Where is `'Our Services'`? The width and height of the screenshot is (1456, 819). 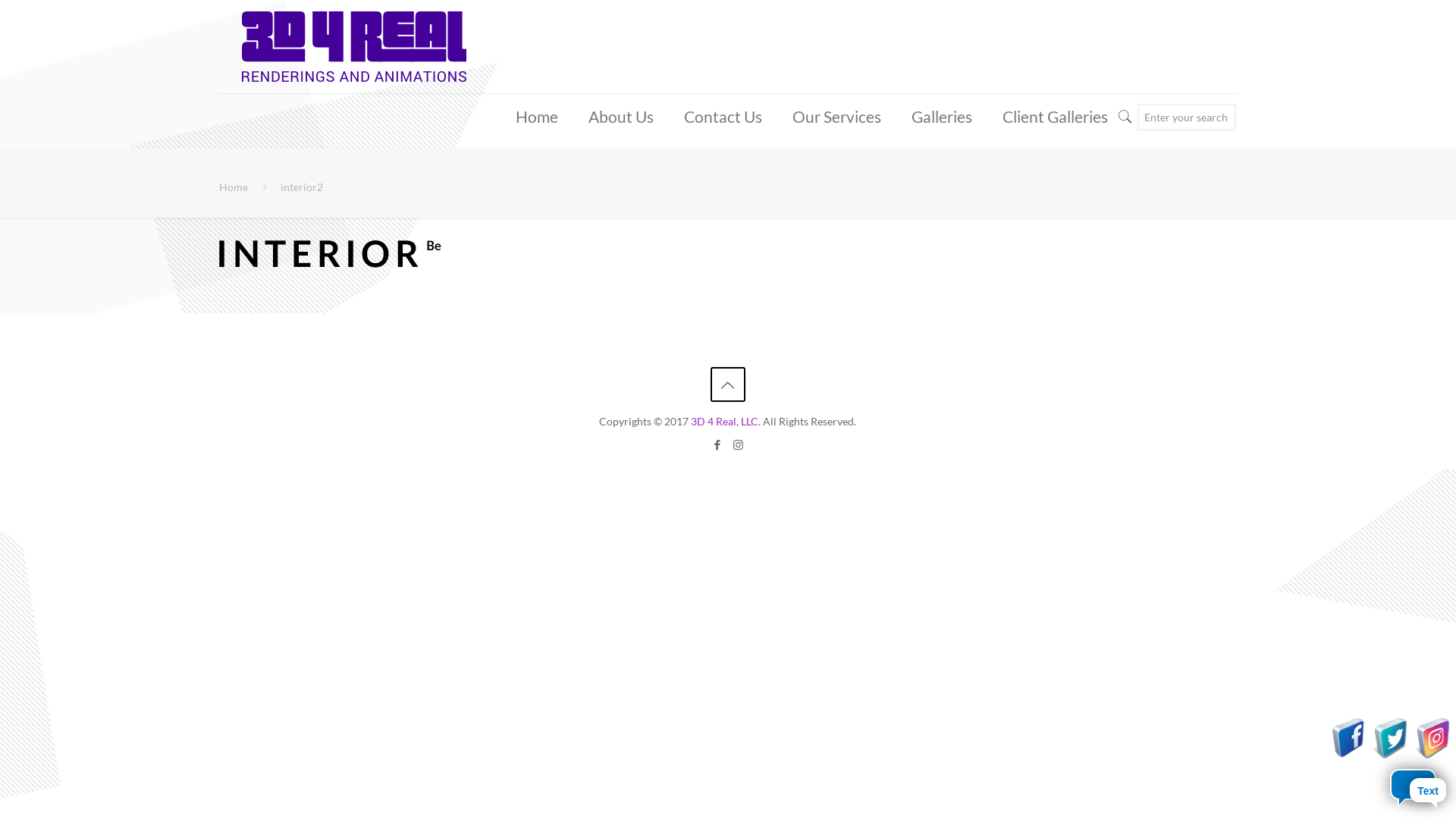
'Our Services' is located at coordinates (836, 116).